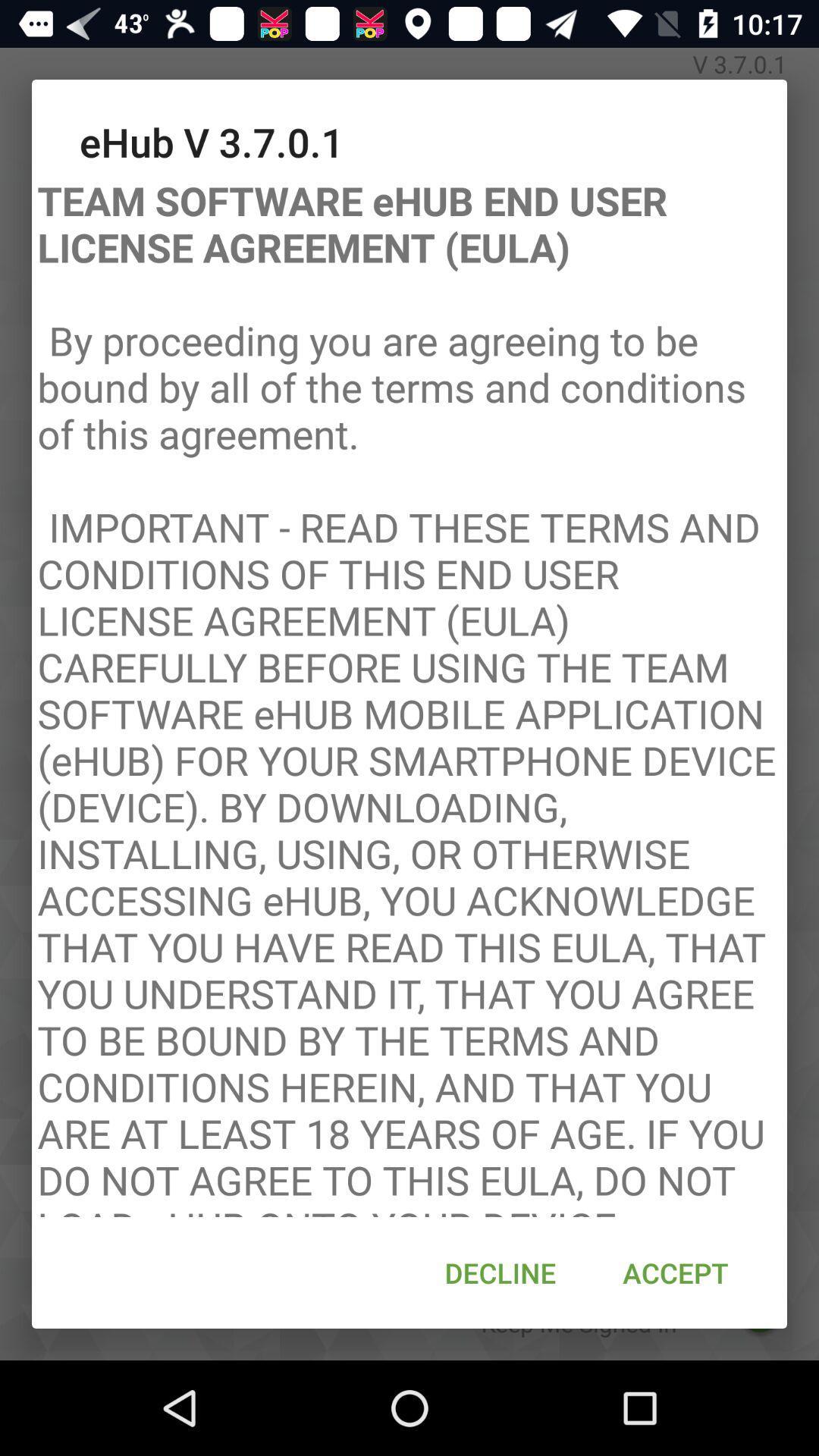  I want to click on the item below the team software ehub item, so click(500, 1272).